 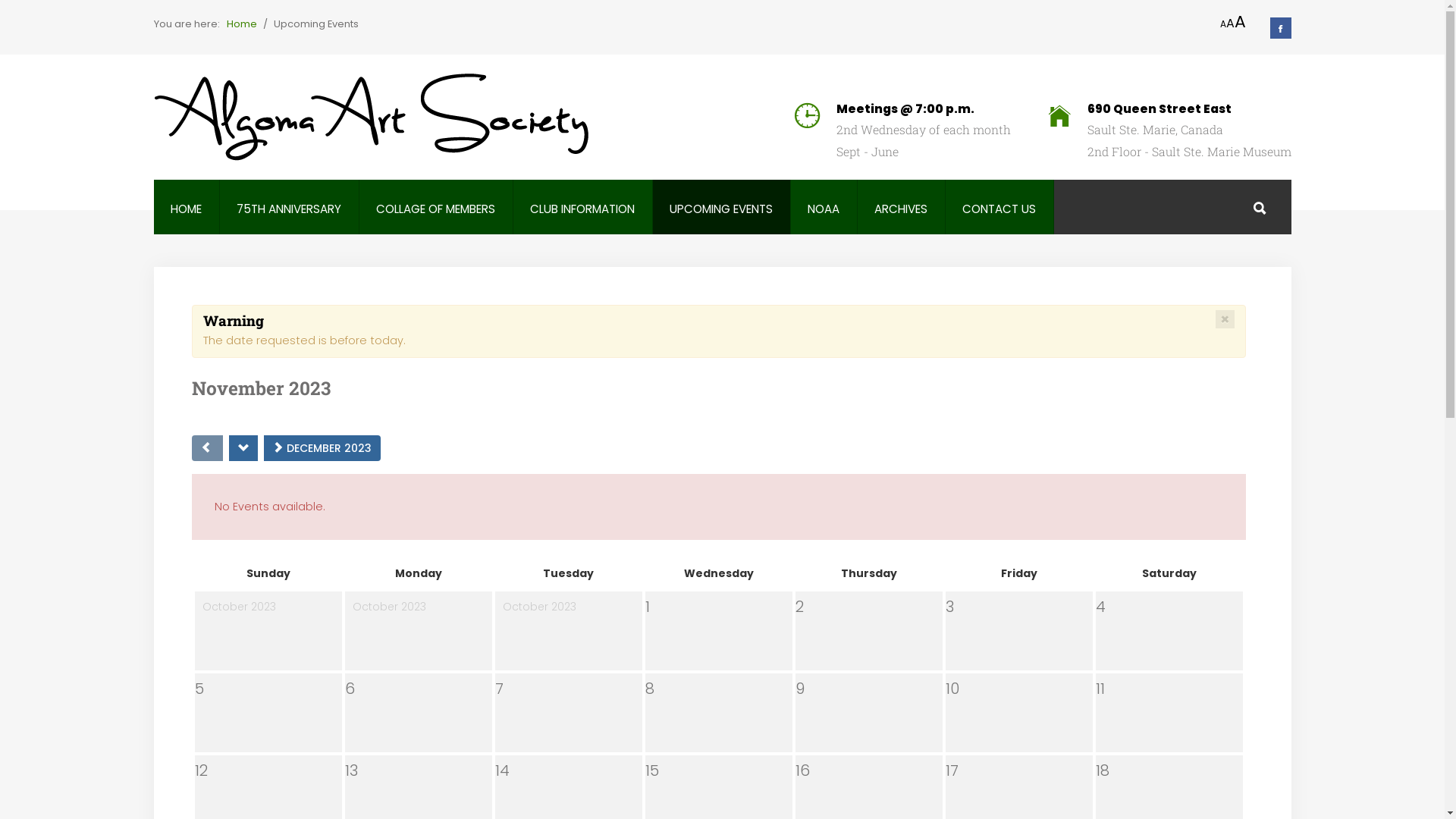 I want to click on 'A', so click(x=1240, y=22).